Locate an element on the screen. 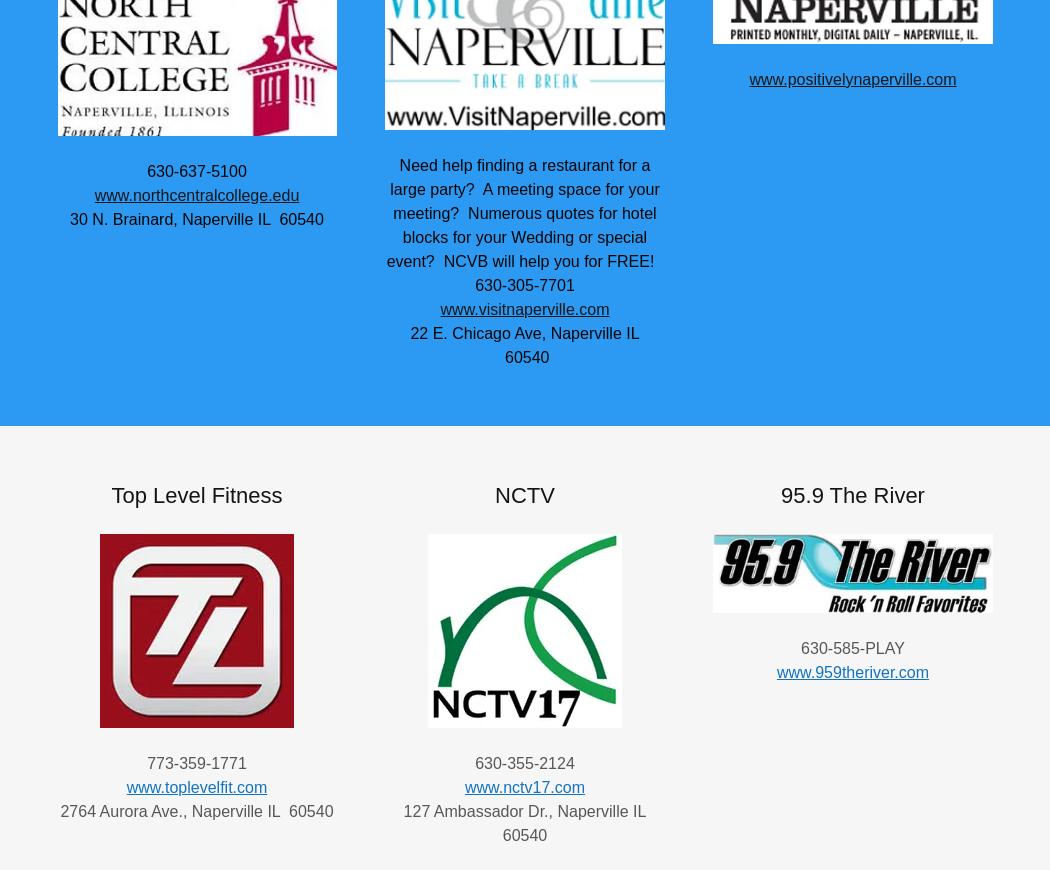 Image resolution: width=1050 pixels, height=870 pixels. 'www.positivelynaperville.com' is located at coordinates (852, 77).